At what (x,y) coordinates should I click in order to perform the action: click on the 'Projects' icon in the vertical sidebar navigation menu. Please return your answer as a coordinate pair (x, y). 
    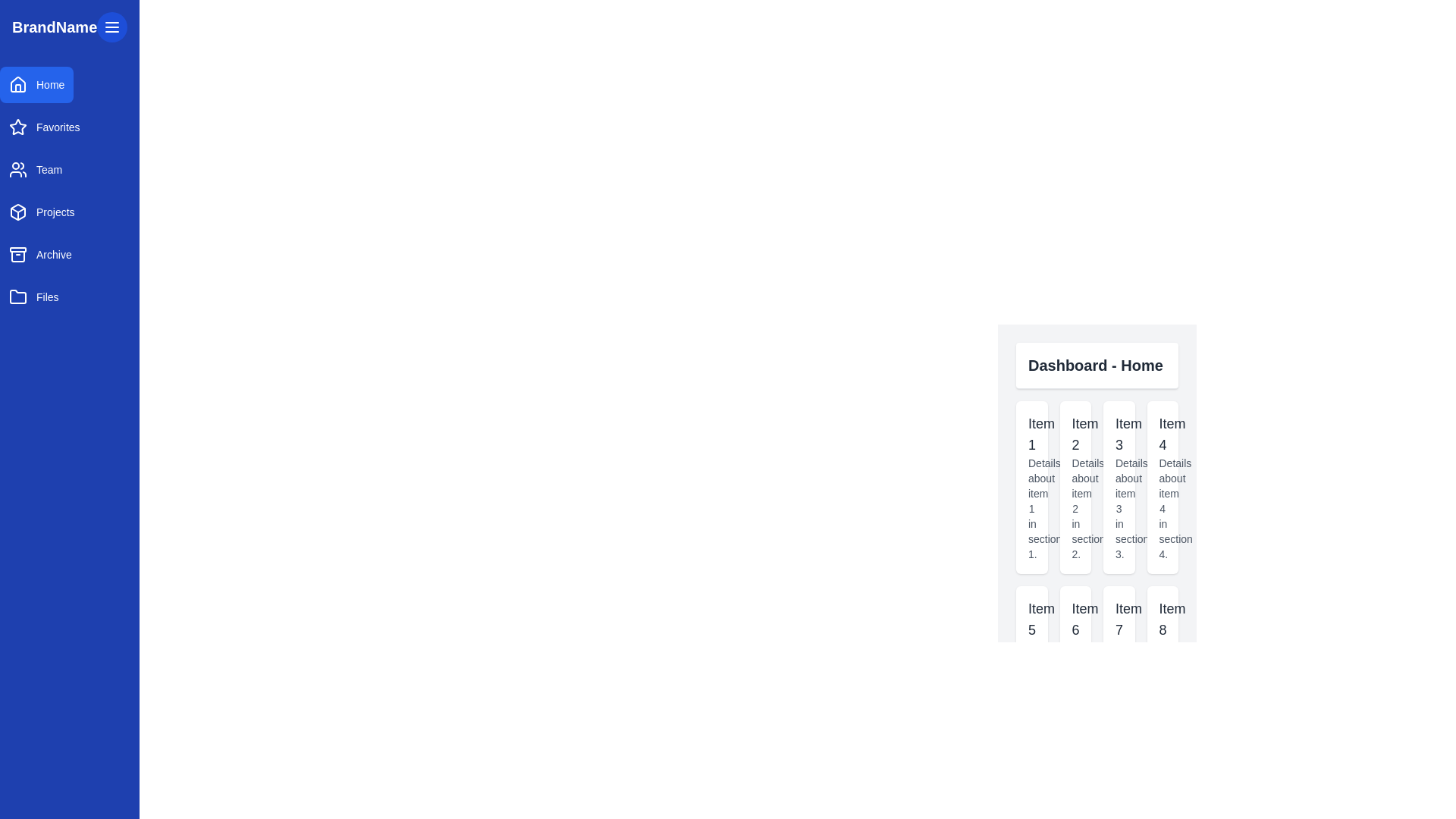
    Looking at the image, I should click on (18, 212).